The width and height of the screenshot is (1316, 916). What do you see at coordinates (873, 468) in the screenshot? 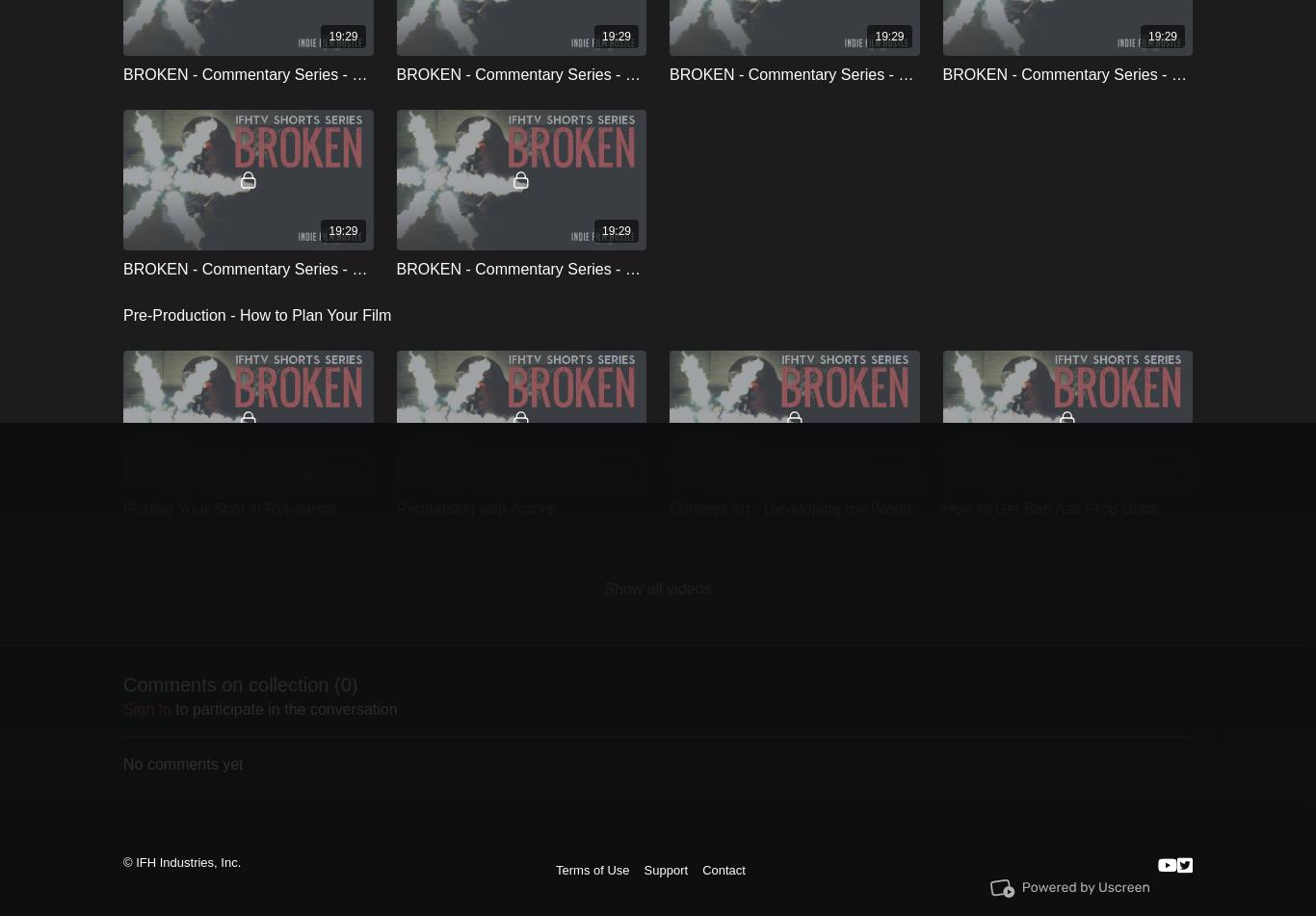
I see `'01:26'` at bounding box center [873, 468].